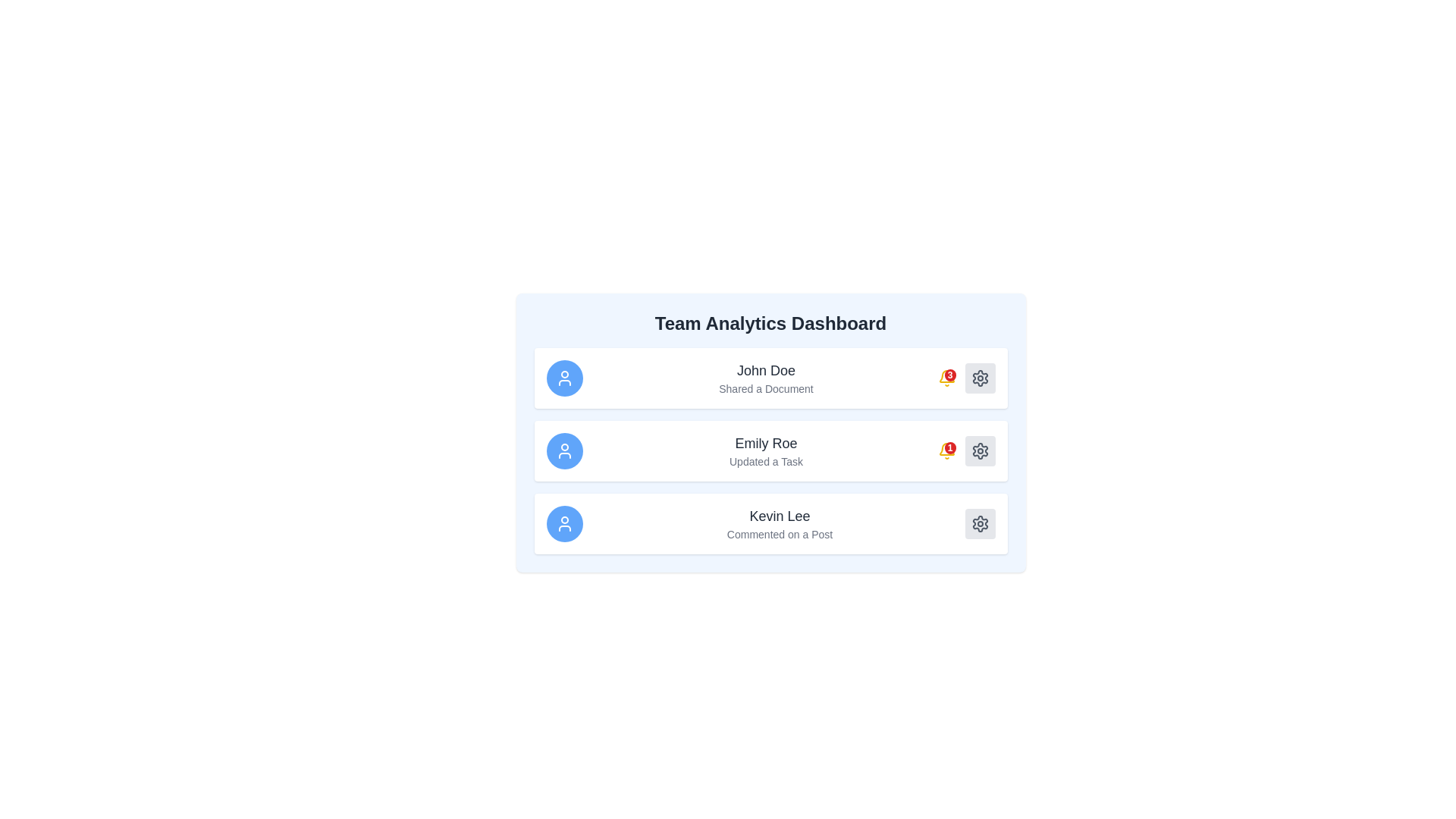  What do you see at coordinates (949, 447) in the screenshot?
I see `the notification count displayed in the red badge with the number '1' located at the top-right corner of the notification icon group in the dashboard` at bounding box center [949, 447].